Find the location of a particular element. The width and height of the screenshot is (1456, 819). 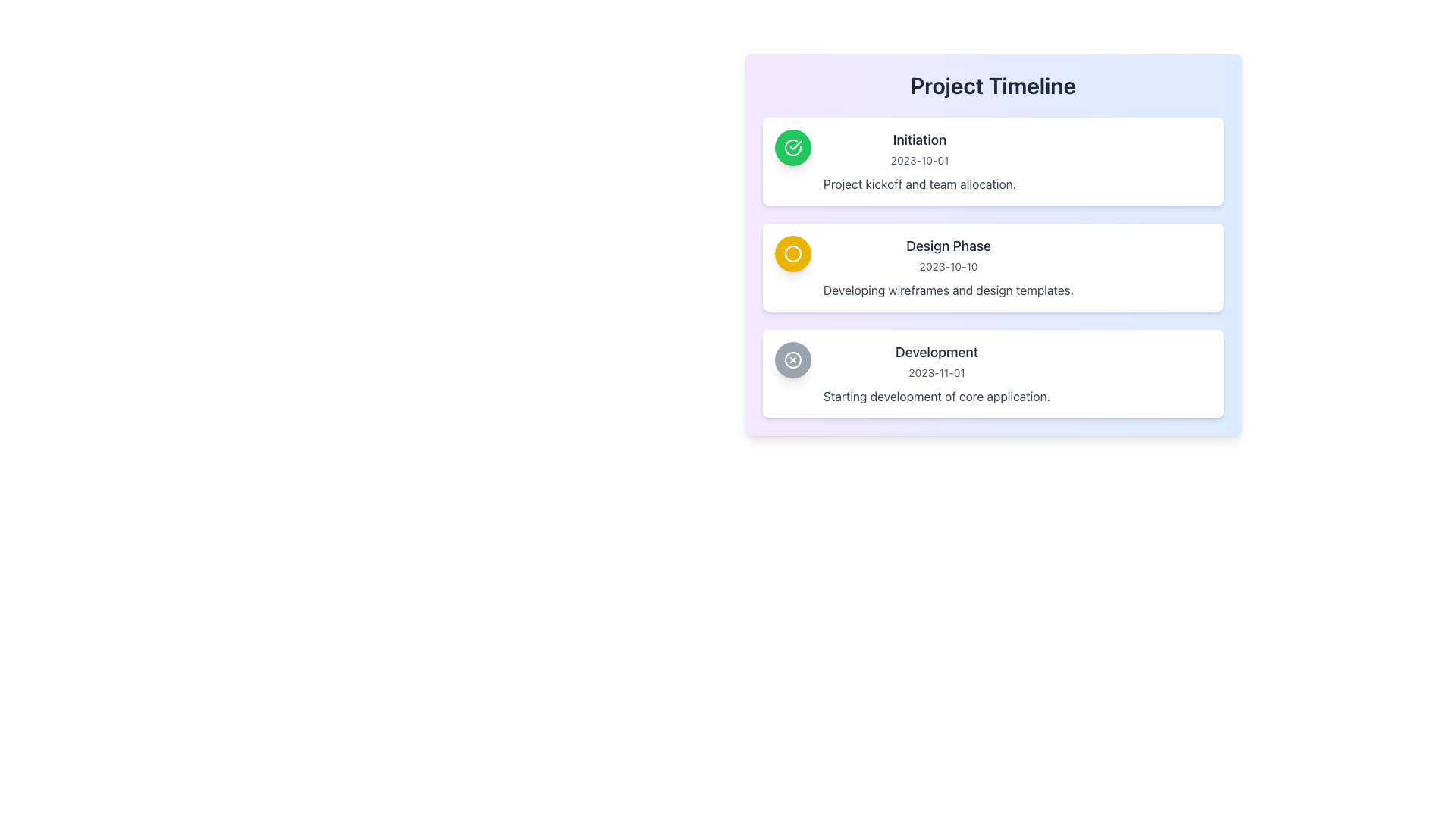

the text '2023-11-01' located in the timeline interface, which is styled in light gray and positioned below the 'Development' header, to engage with adjacent elements for context is located at coordinates (936, 372).